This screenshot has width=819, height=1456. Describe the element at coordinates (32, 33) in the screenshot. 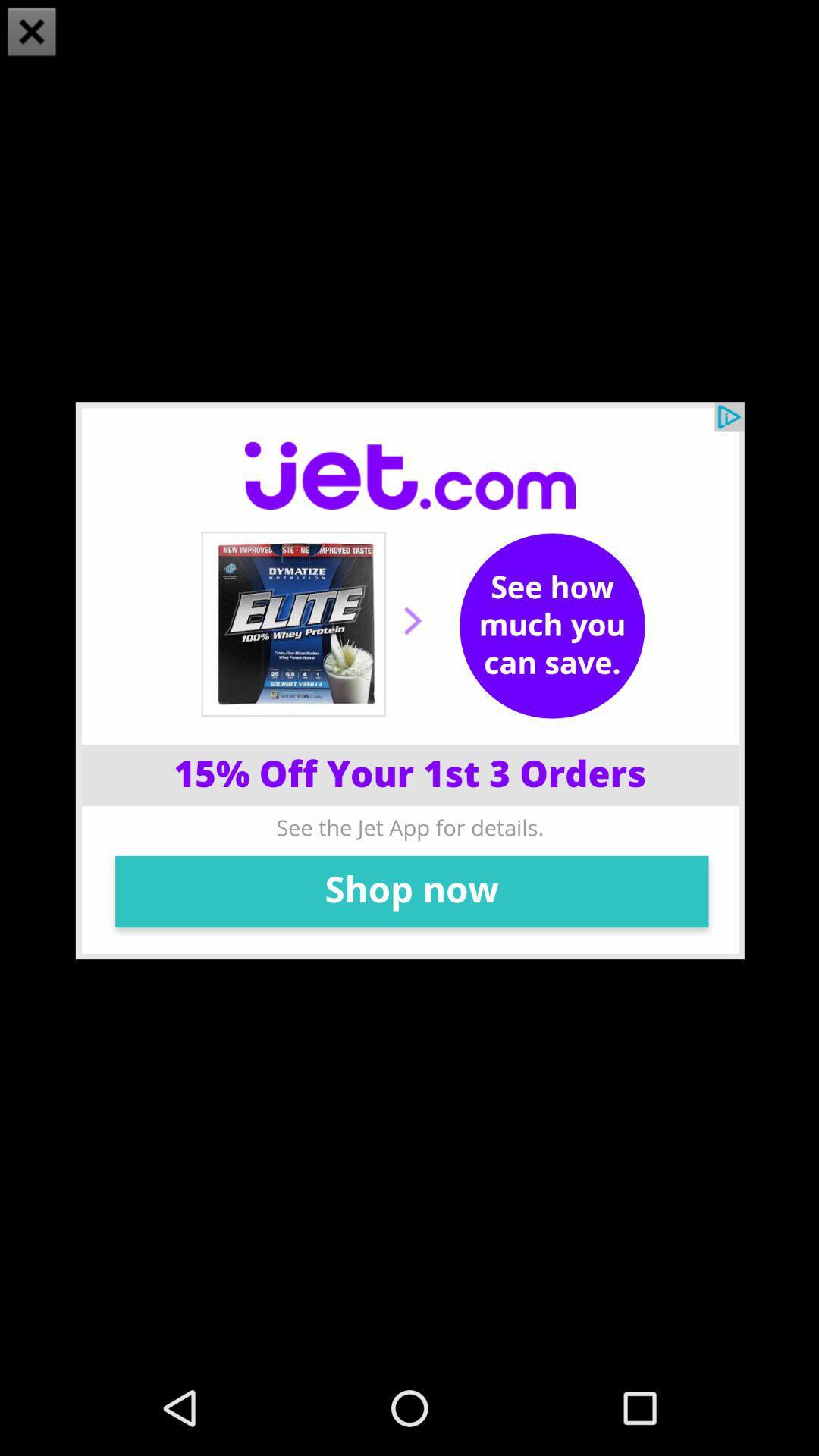

I see `the close icon` at that location.